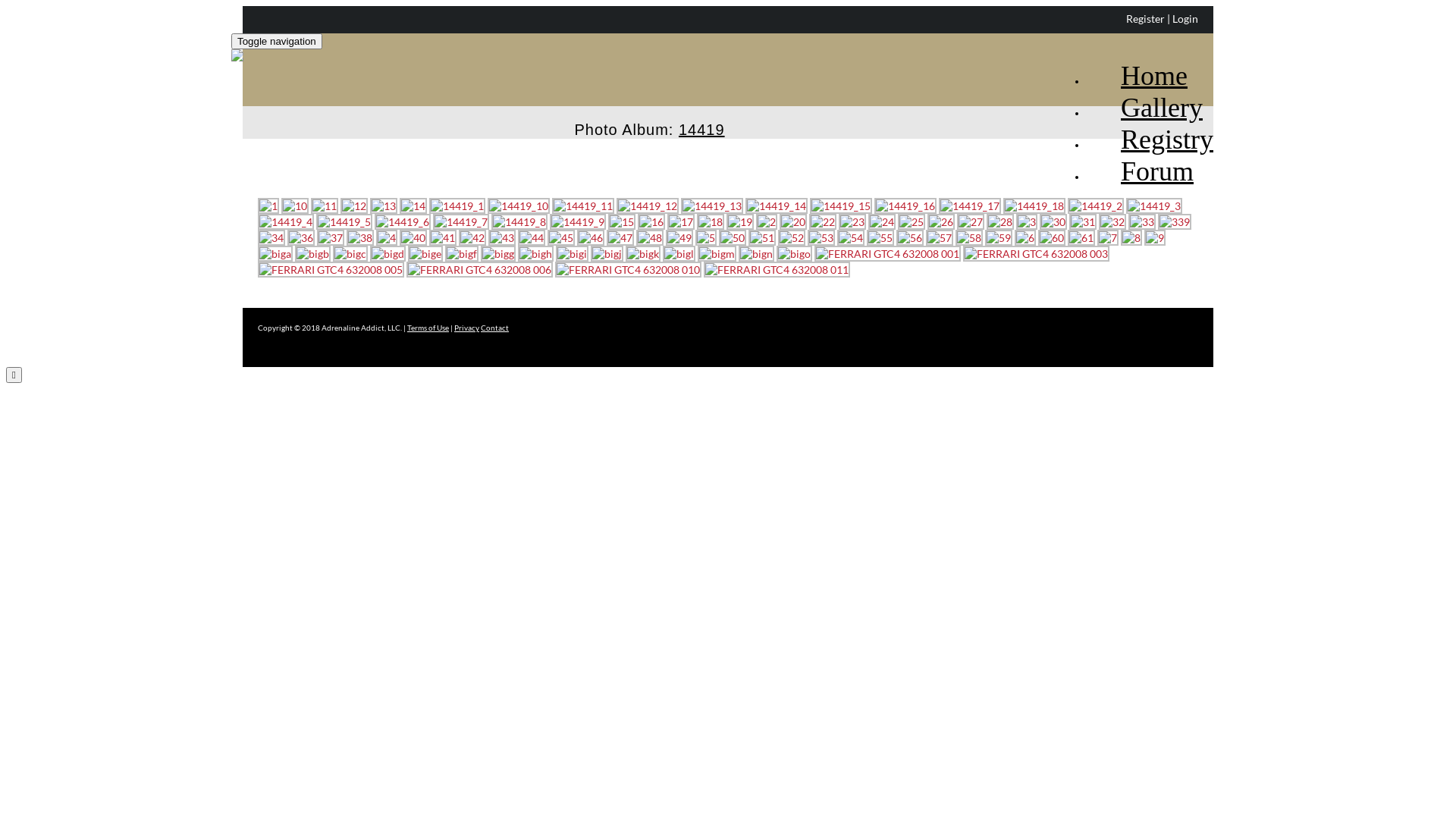 Image resolution: width=1456 pixels, height=819 pixels. What do you see at coordinates (359, 237) in the screenshot?
I see `'38 (click to enlarge)'` at bounding box center [359, 237].